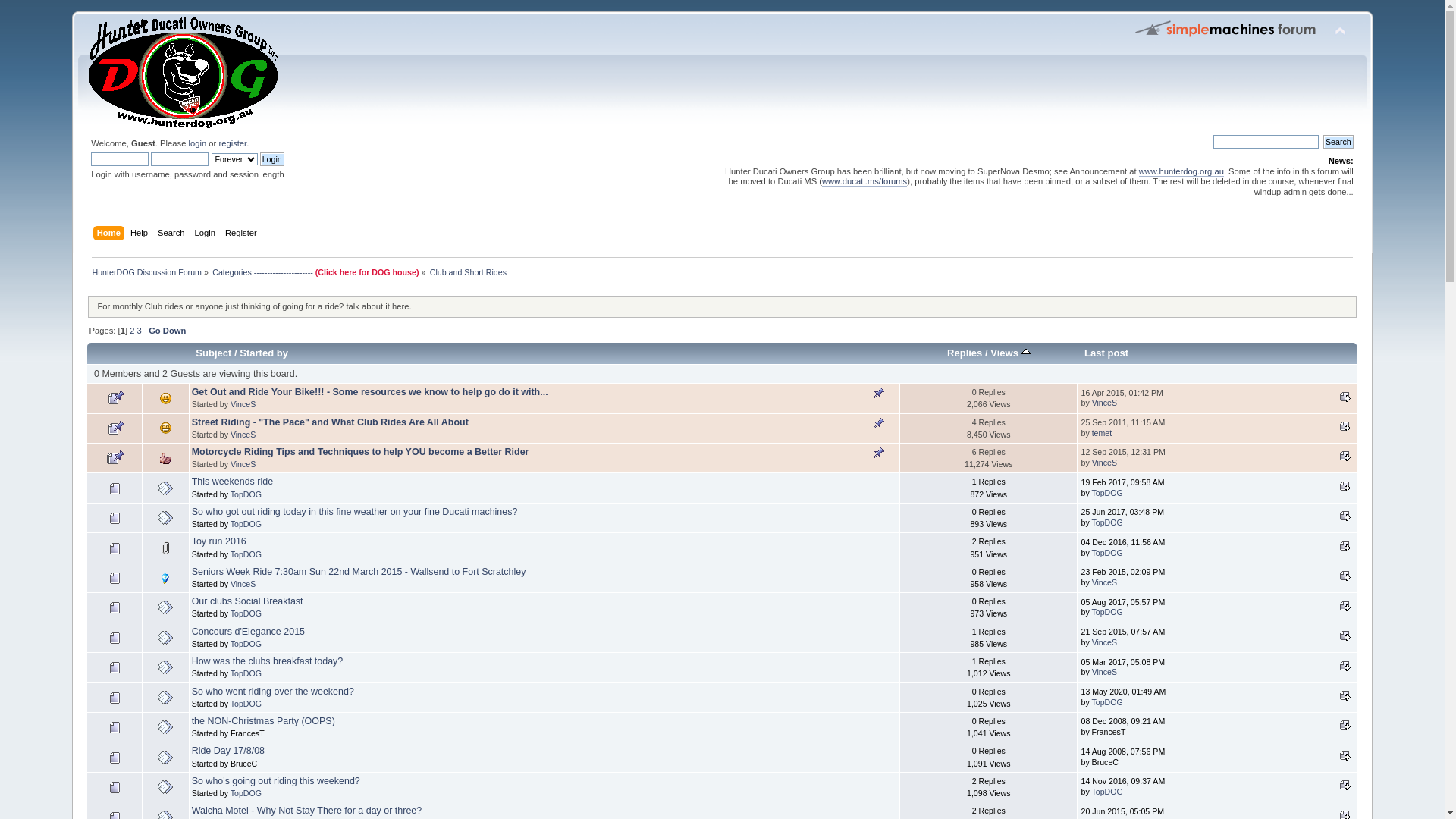 Image resolution: width=1456 pixels, height=819 pixels. Describe the element at coordinates (329, 422) in the screenshot. I see `'Street Riding - "The Pace" and What Club Rides Are All About'` at that location.